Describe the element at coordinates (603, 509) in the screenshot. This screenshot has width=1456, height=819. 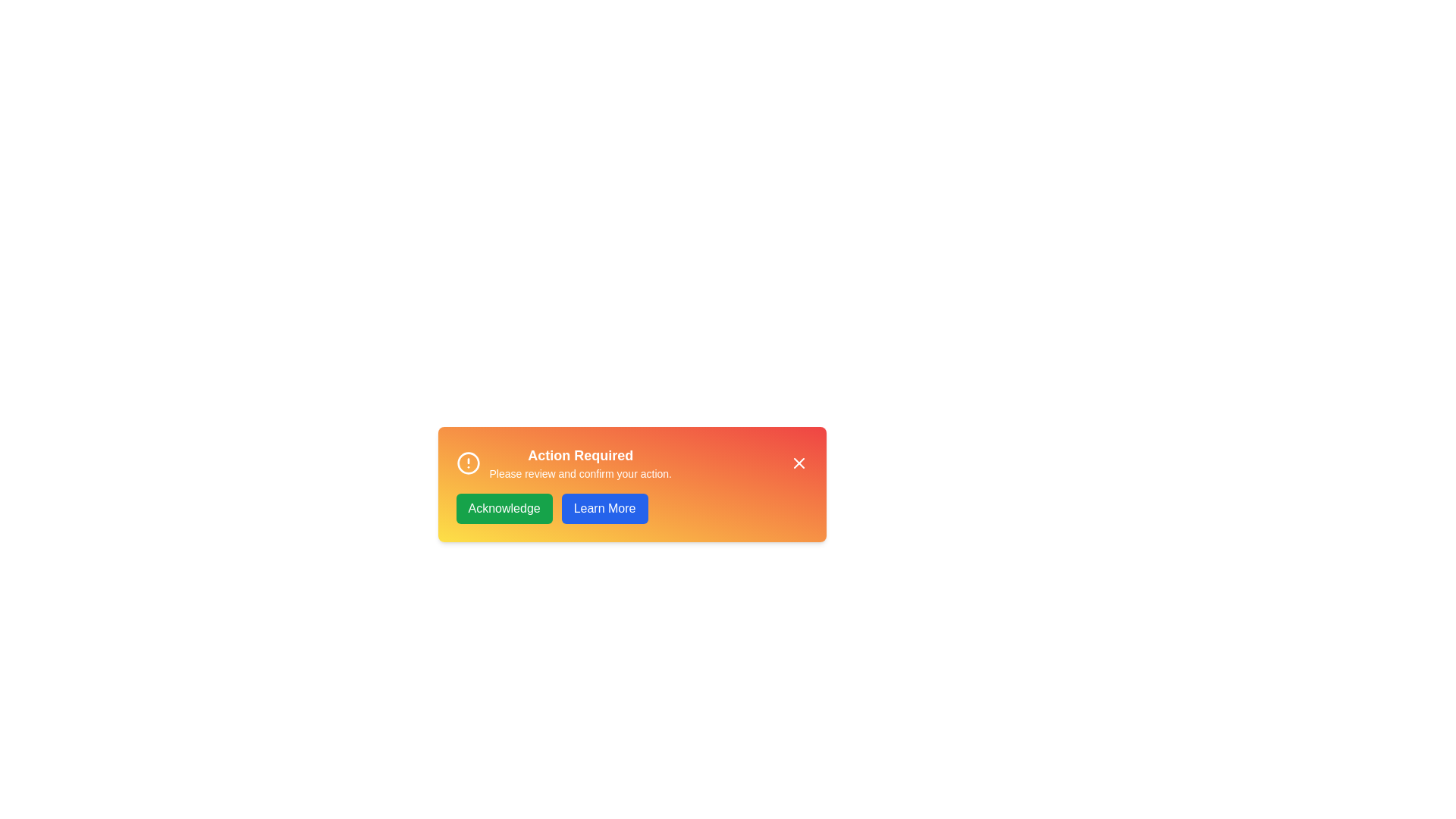
I see `the 'Learn More' button` at that location.